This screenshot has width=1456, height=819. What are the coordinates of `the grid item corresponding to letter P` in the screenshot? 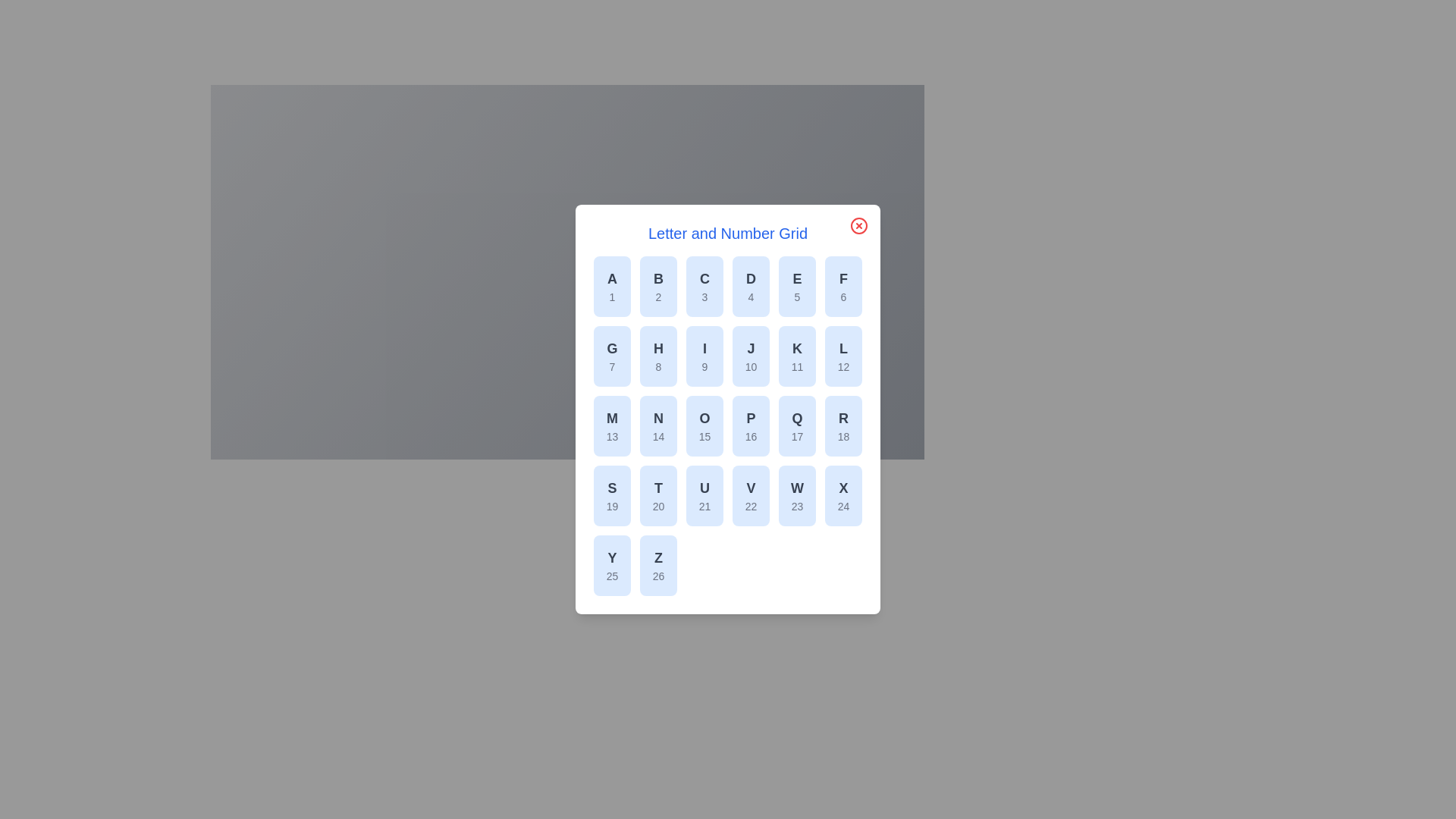 It's located at (751, 426).